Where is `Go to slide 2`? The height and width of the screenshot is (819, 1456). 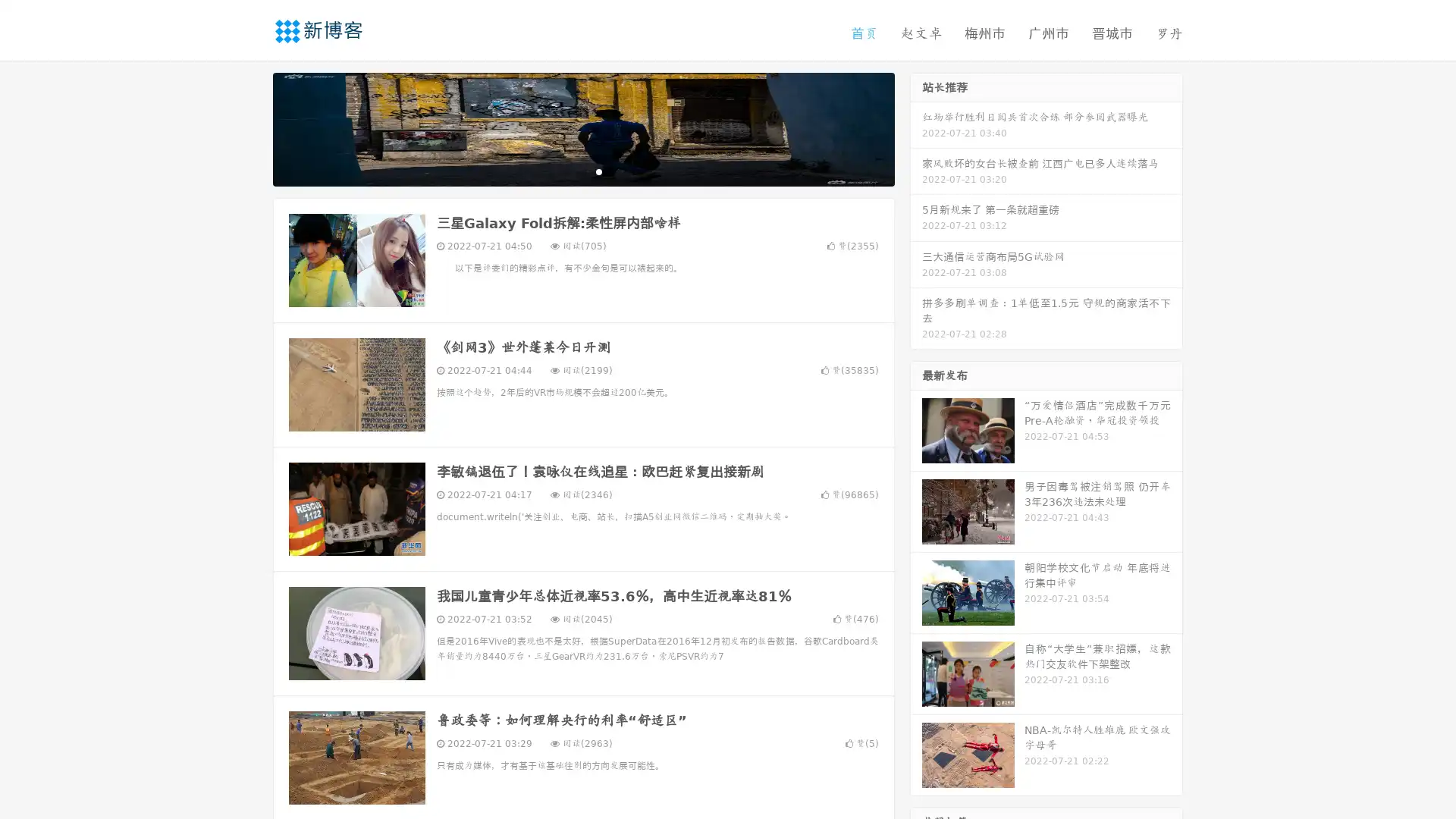 Go to slide 2 is located at coordinates (582, 171).